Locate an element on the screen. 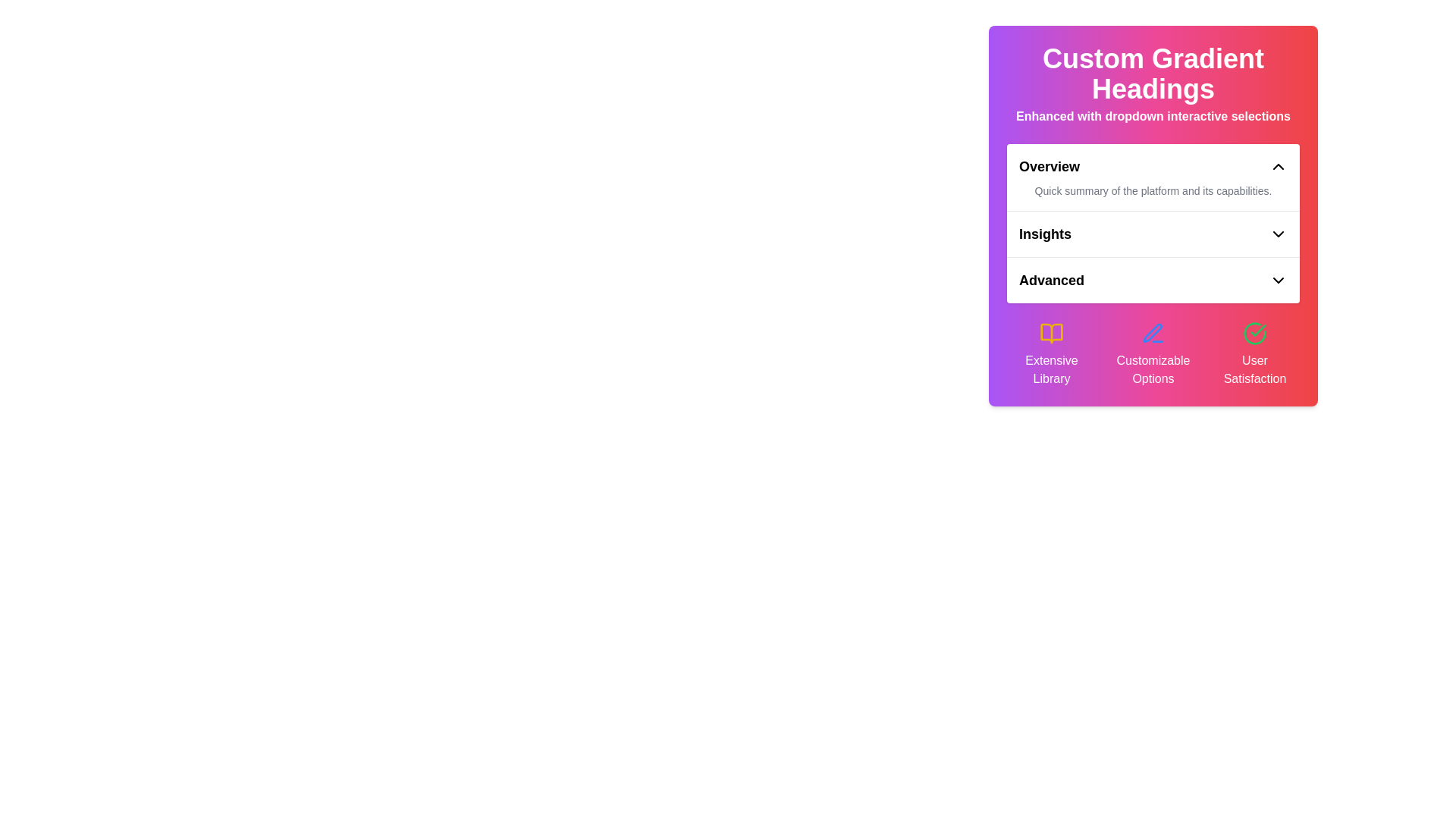  the graphical icon representing an open book, which is part of the 'Extensive Library' feature, located at the bottom left section of a gradient-colored panel is located at coordinates (1051, 332).